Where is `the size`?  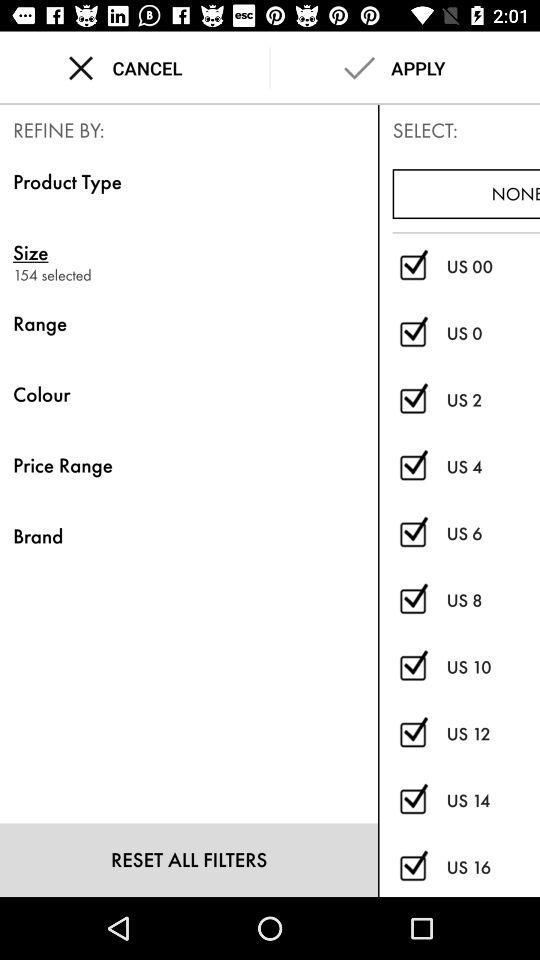
the size is located at coordinates (412, 667).